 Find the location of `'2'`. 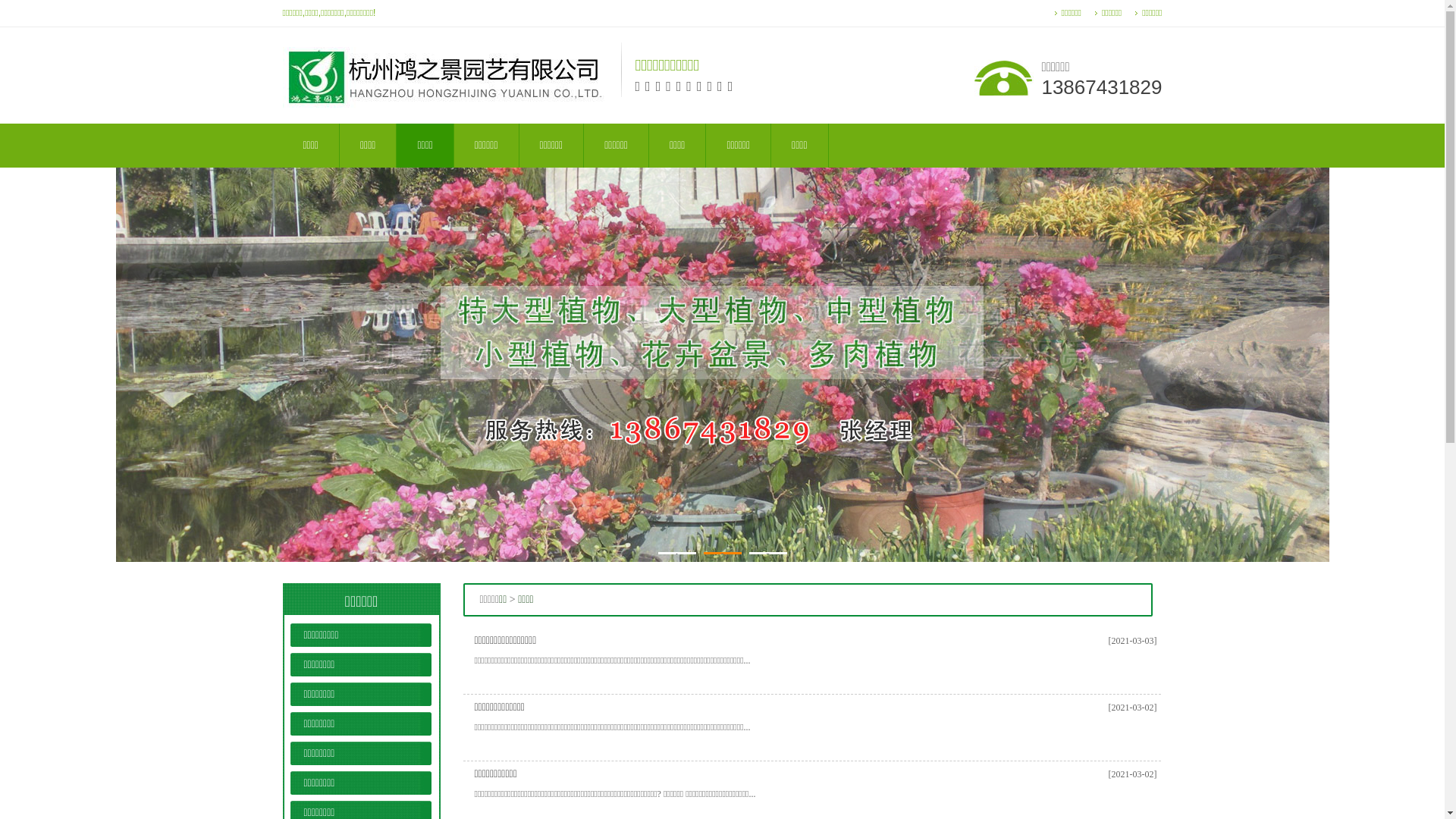

'2' is located at coordinates (702, 553).